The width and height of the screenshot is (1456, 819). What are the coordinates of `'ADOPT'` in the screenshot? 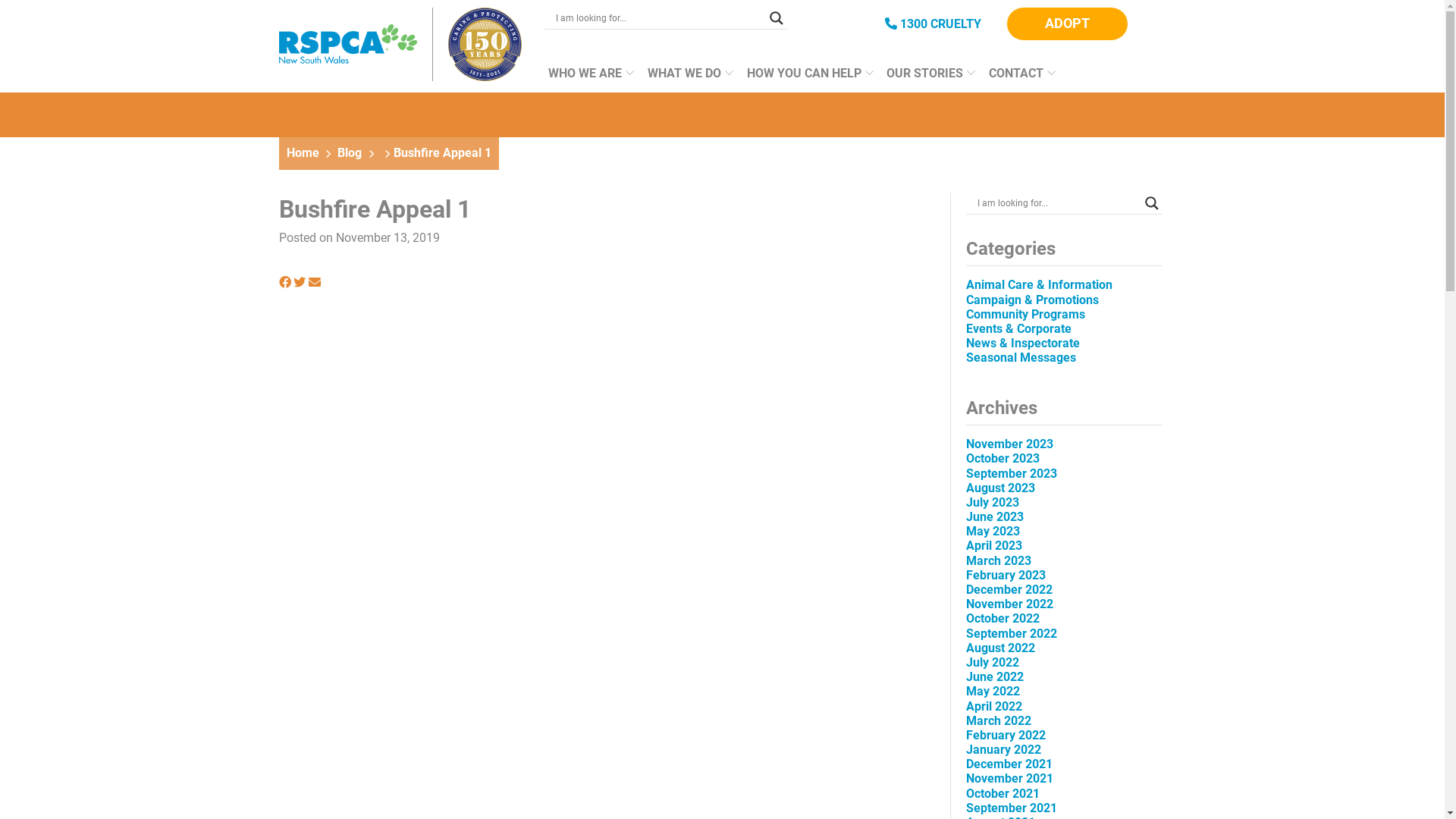 It's located at (1007, 24).